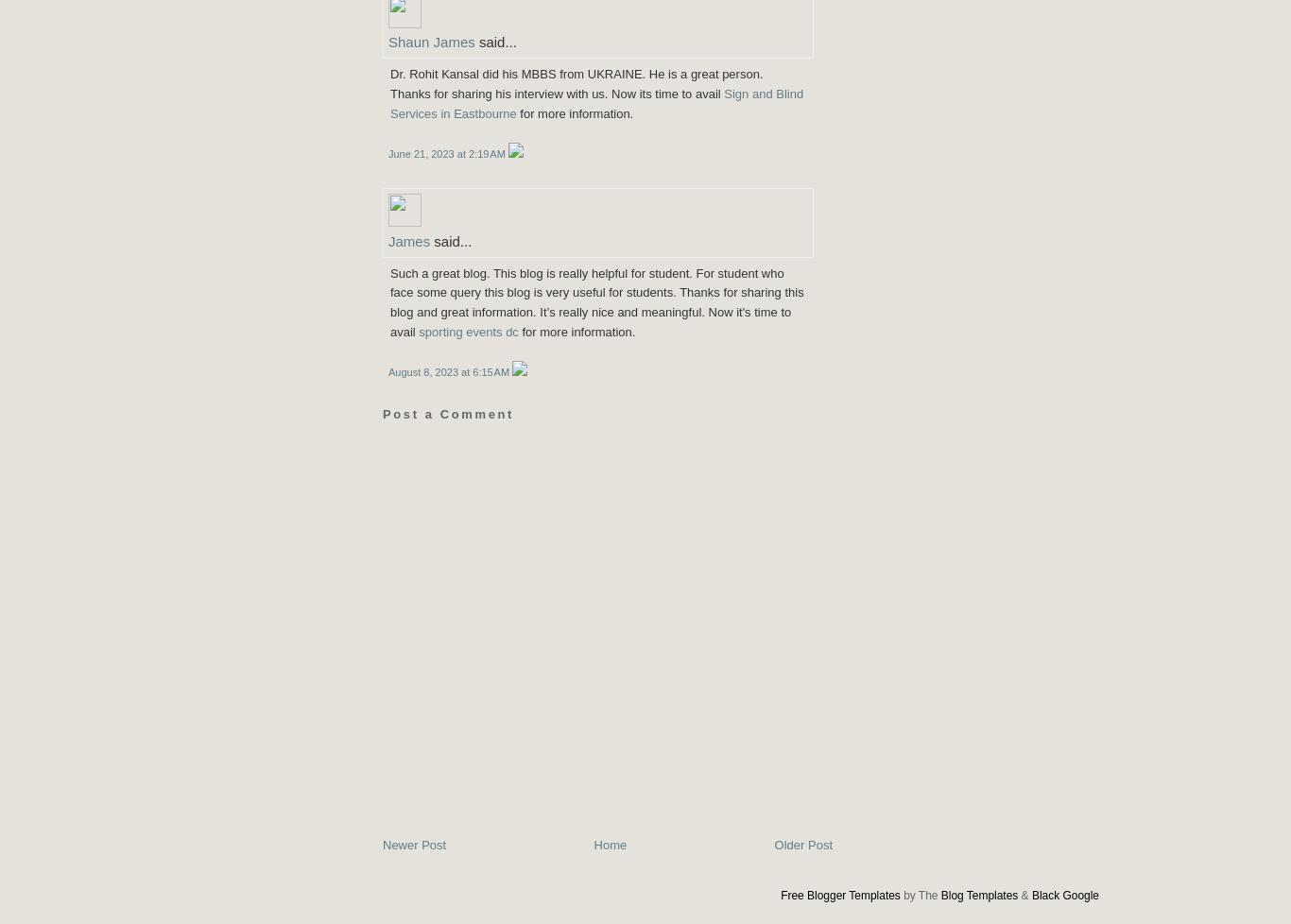 This screenshot has width=1291, height=924. I want to click on 'Older Post', so click(773, 844).